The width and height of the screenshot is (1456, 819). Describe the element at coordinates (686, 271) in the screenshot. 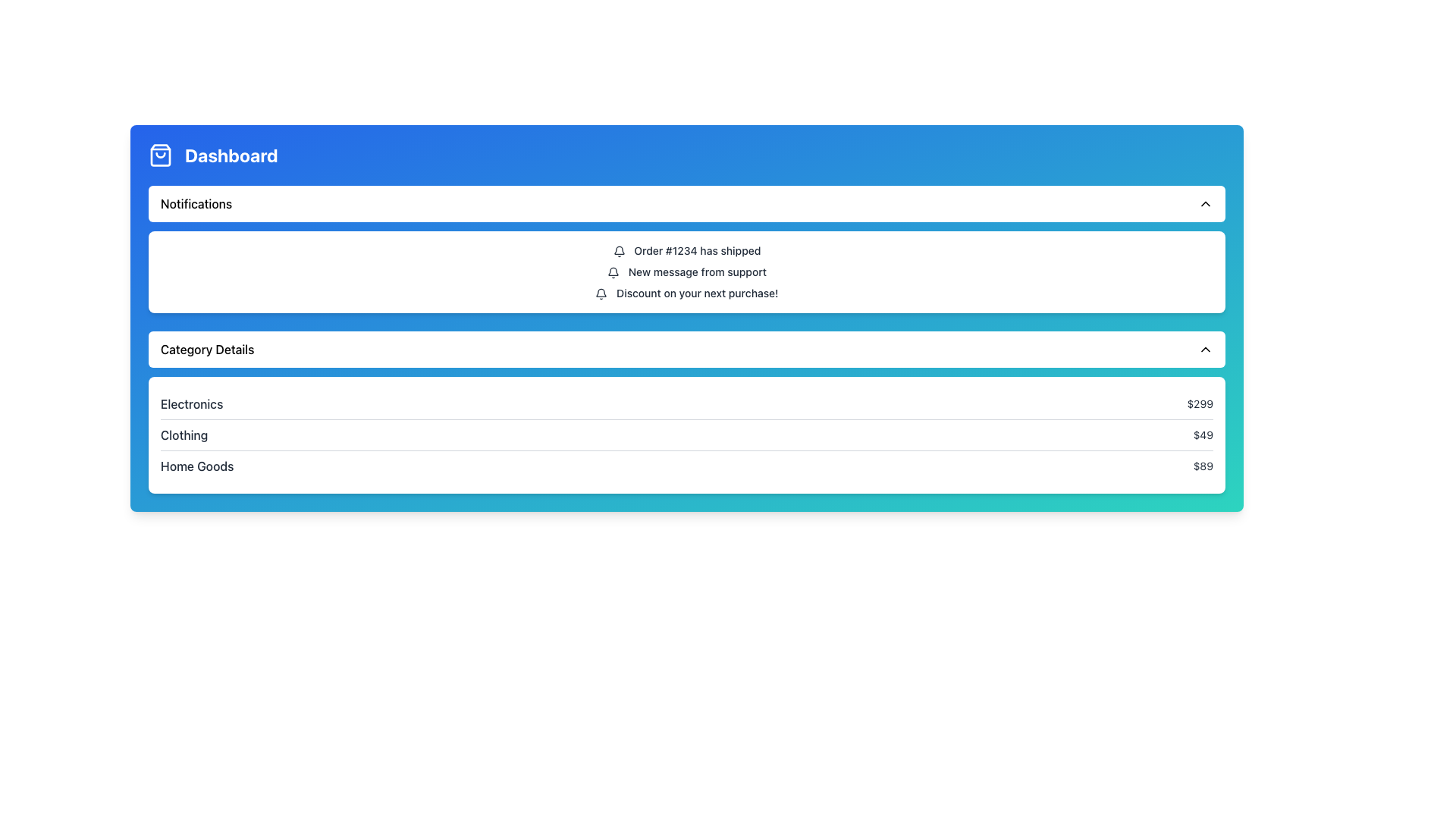

I see `text from the second notification entry within the notification card, which is centrally placed` at that location.